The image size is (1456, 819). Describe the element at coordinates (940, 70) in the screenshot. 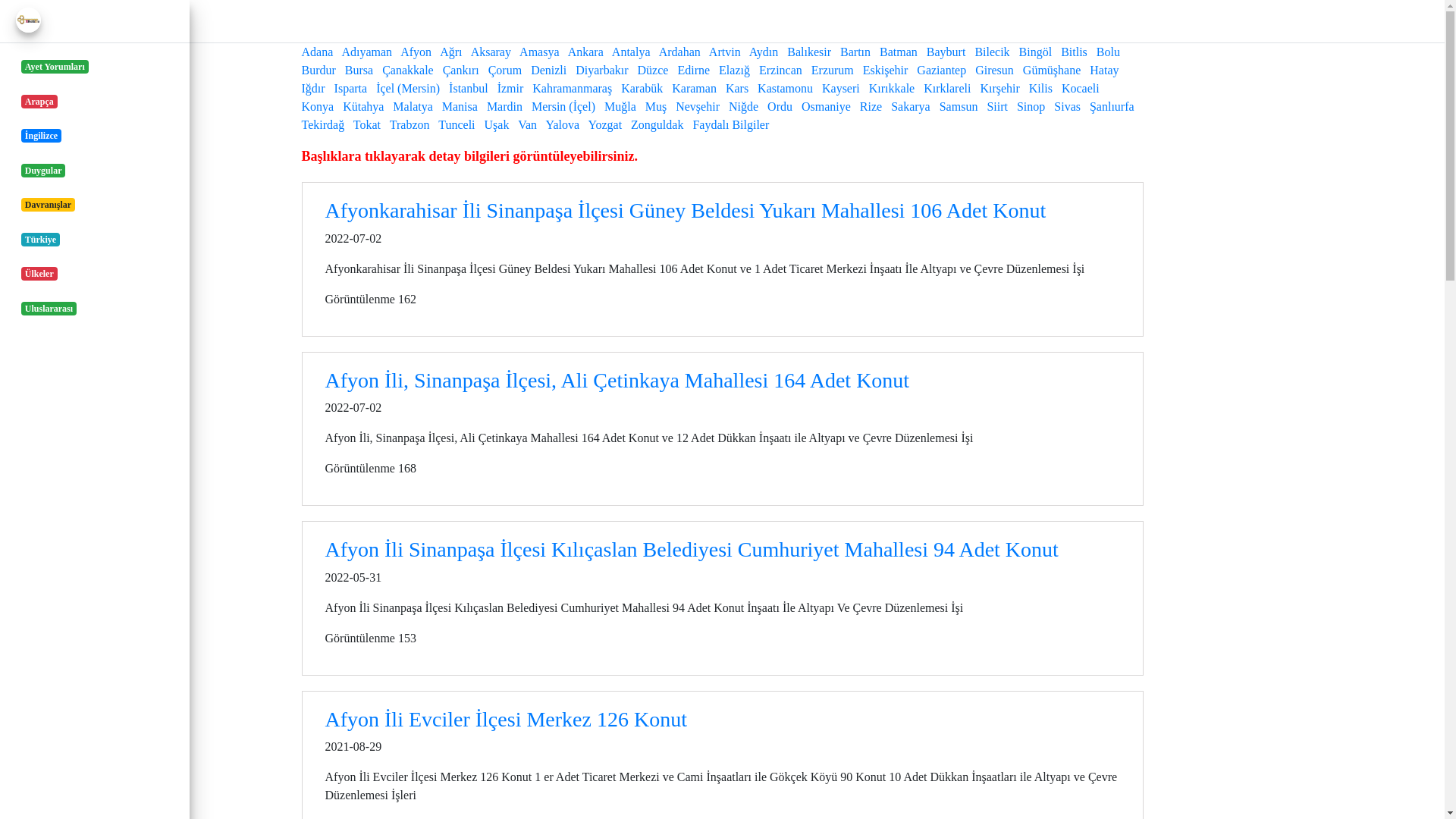

I see `'Gaziantep'` at that location.